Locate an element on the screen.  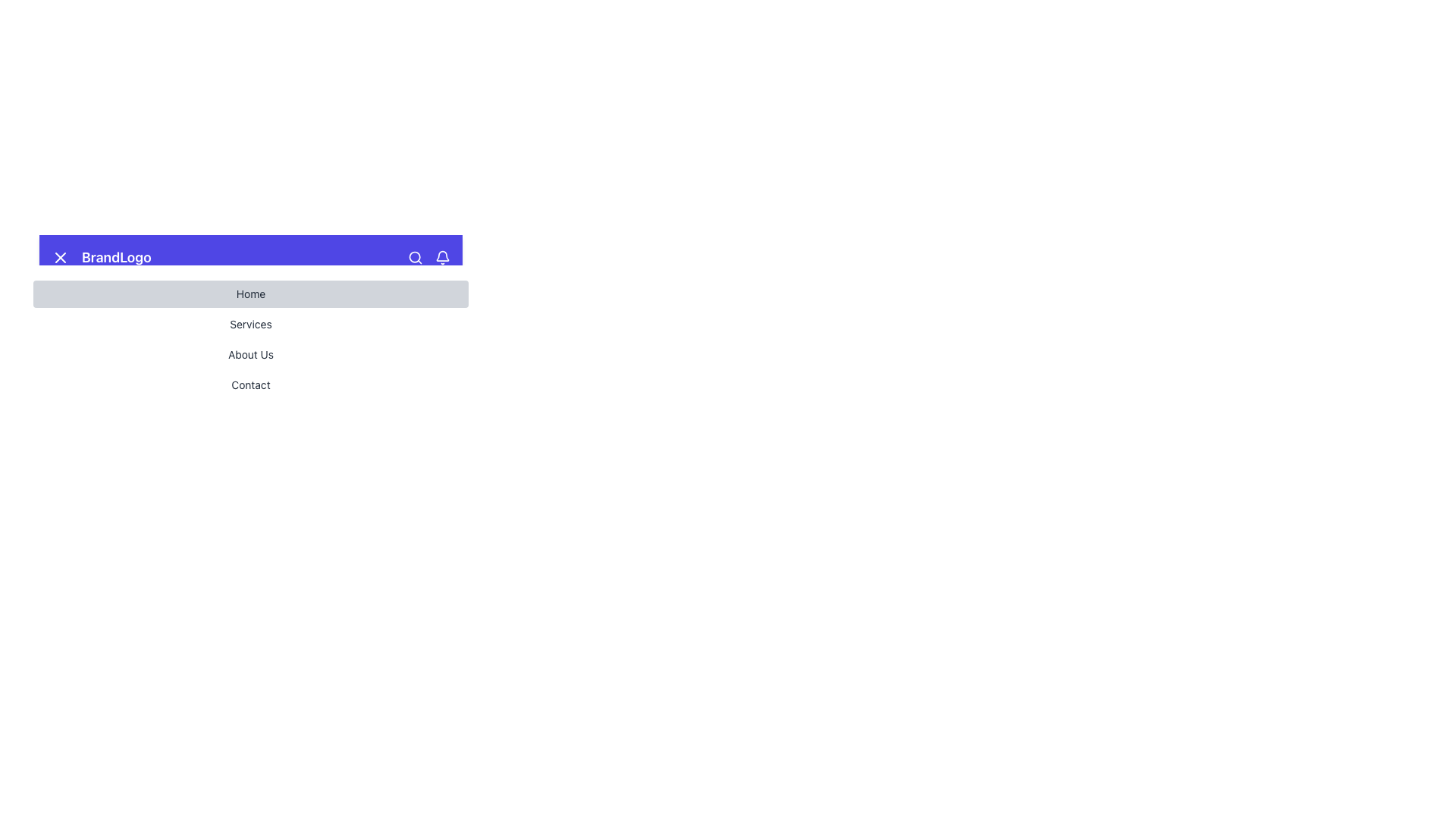
the Interactive icon (SVG graphic) represented by a diagonal cross (X) symbol located in the top-left corner of the navigation bar, directly to the left of the 'BrandLogo' text is located at coordinates (61, 256).